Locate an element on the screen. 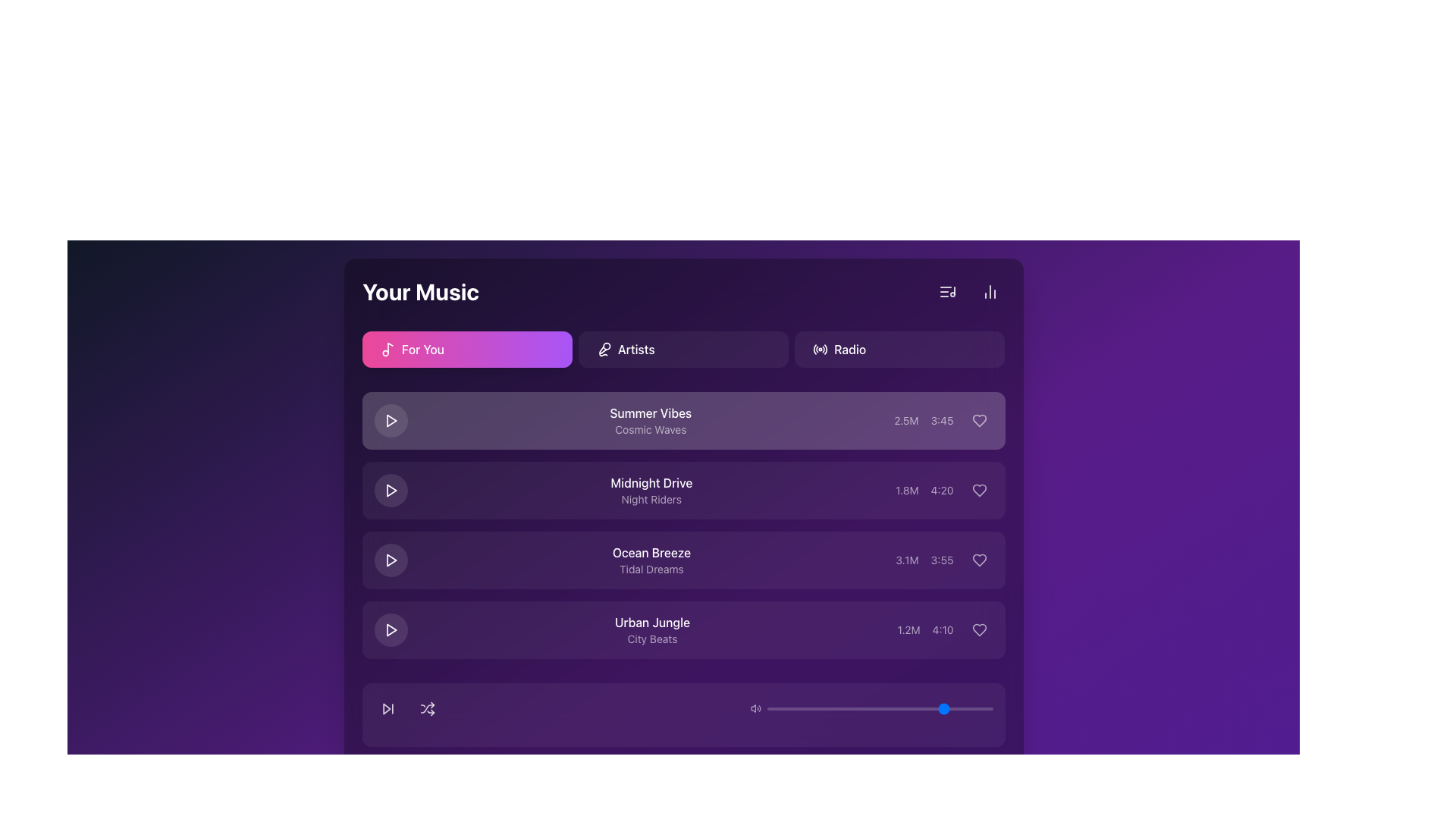 The width and height of the screenshot is (1456, 819). on the musical note icon located is located at coordinates (388, 350).